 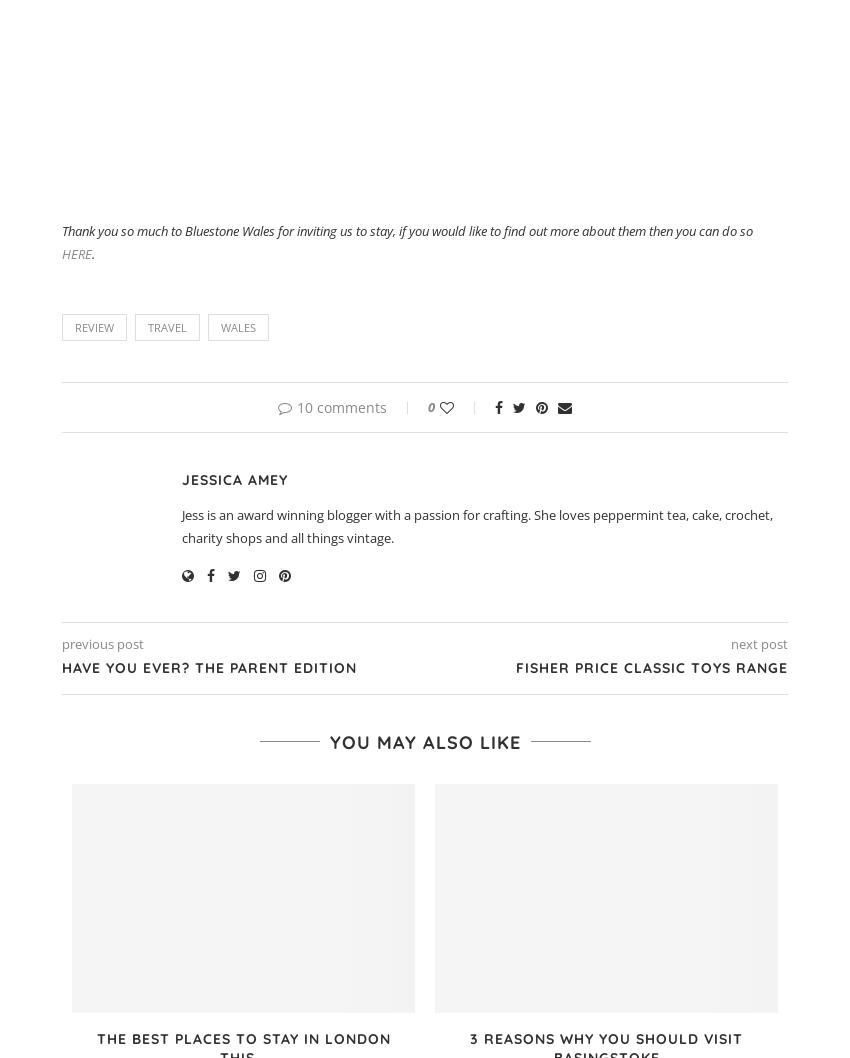 I want to click on 'Jessica Amey', so click(x=235, y=477).